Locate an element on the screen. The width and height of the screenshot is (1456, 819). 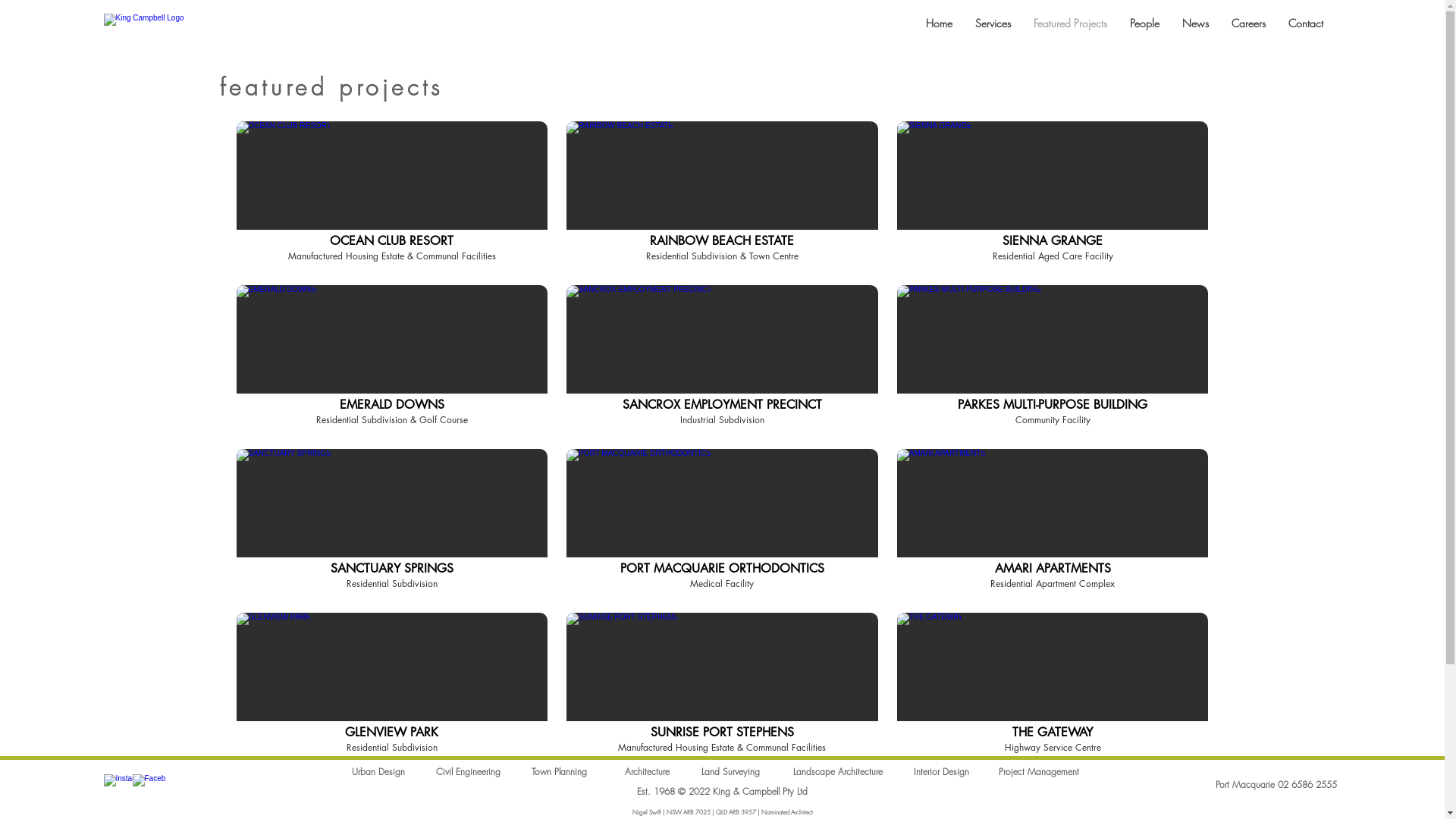
'RAINBOW BEACH ESTATE is located at coordinates (721, 193).